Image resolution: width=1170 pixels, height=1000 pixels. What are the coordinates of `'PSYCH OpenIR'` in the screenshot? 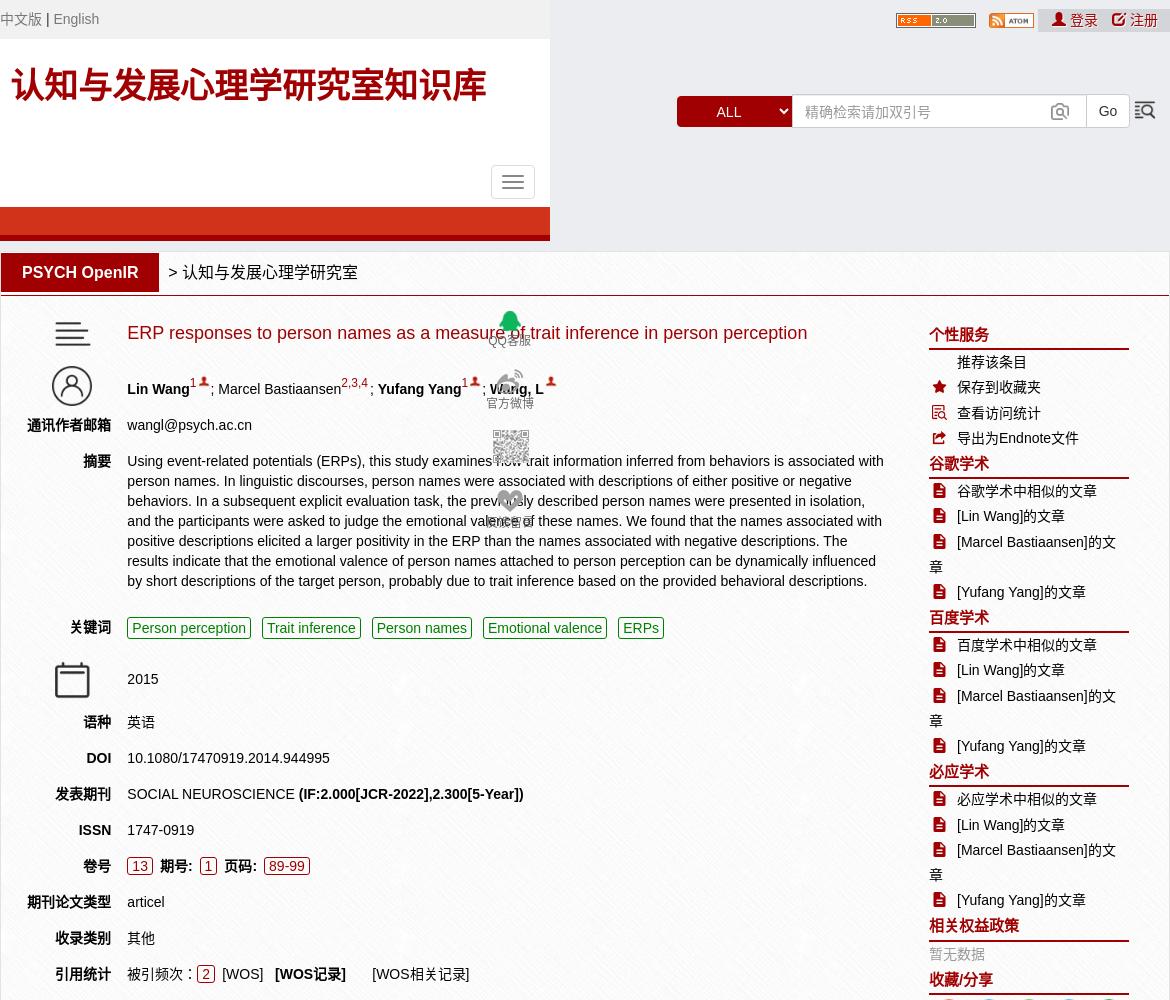 It's located at (21, 272).